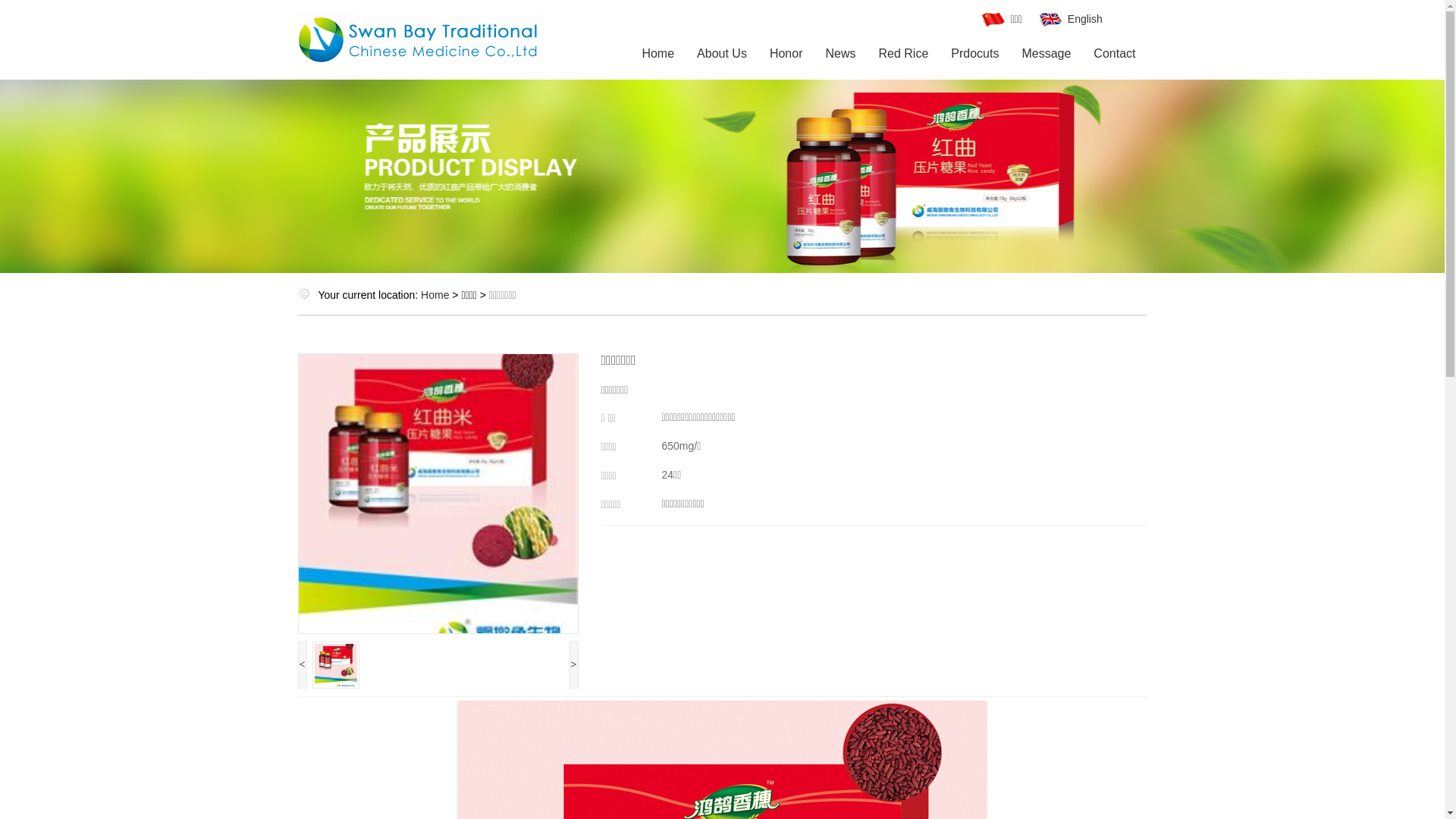 The height and width of the screenshot is (819, 1456). Describe the element at coordinates (902, 52) in the screenshot. I see `'Red Rice'` at that location.